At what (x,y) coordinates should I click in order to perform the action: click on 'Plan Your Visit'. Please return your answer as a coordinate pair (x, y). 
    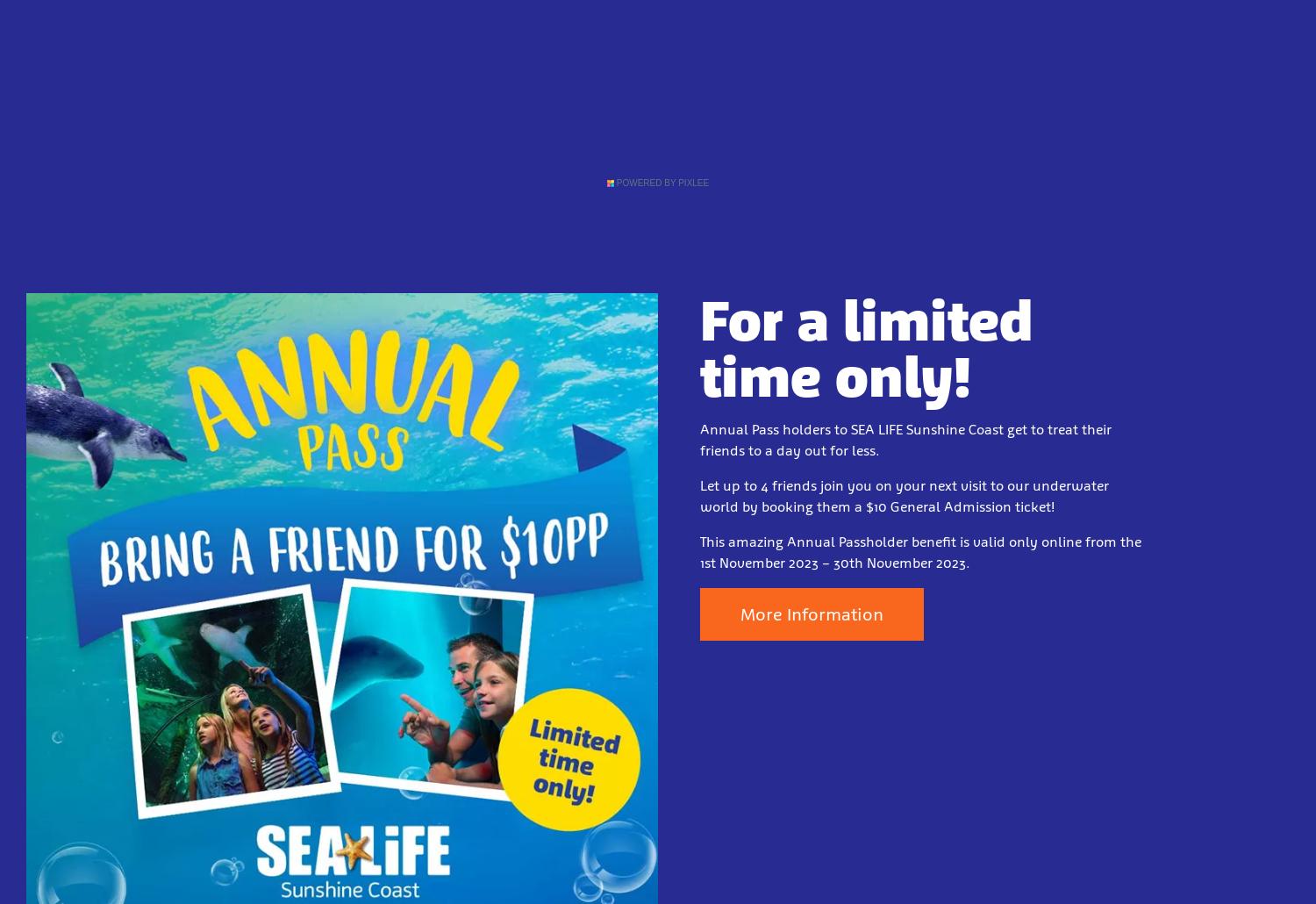
    Looking at the image, I should click on (504, 94).